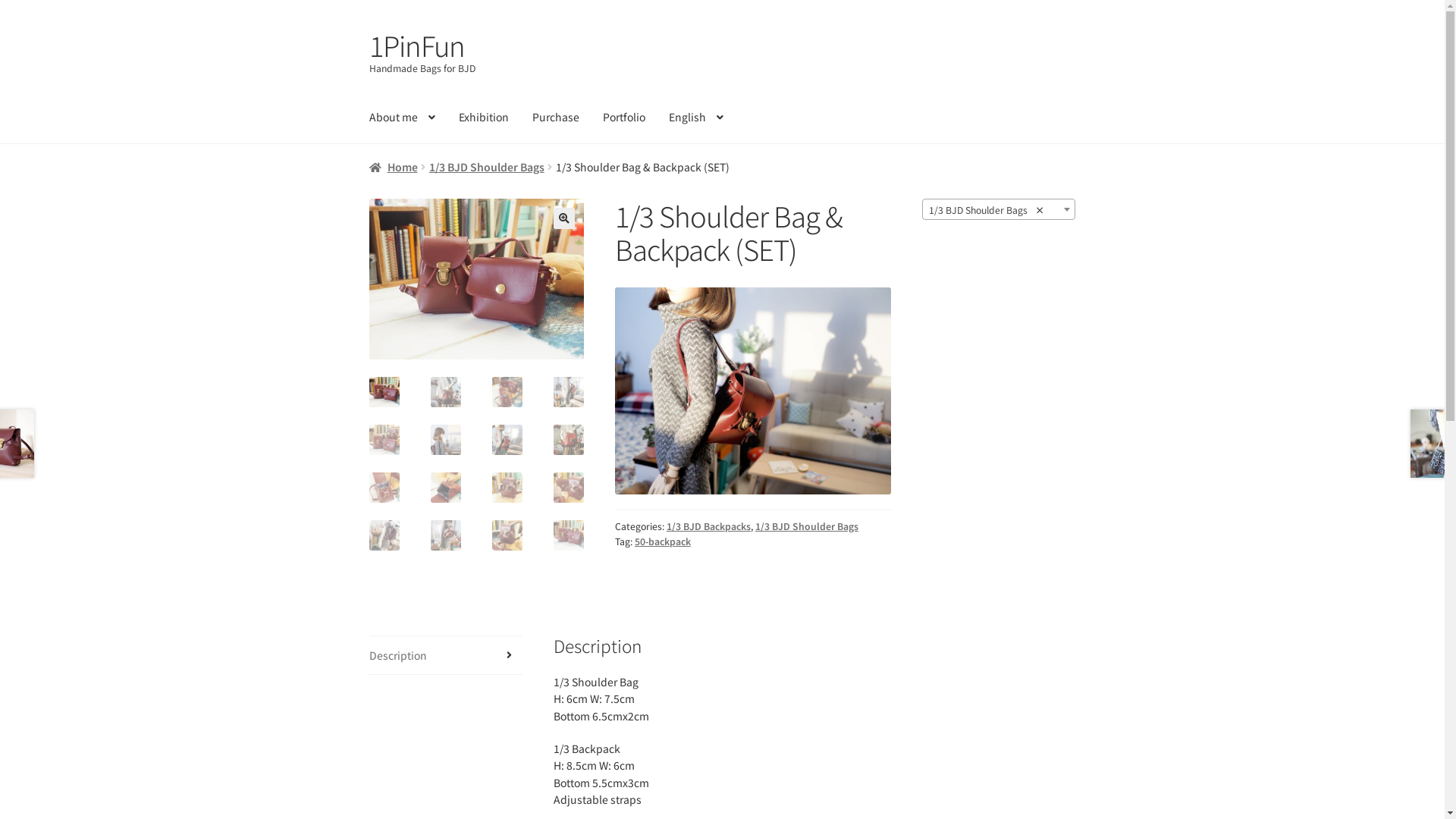 This screenshot has width=1456, height=819. What do you see at coordinates (475, 278) in the screenshot?
I see `'OLYMPUS DIGITAL CAMERA'` at bounding box center [475, 278].